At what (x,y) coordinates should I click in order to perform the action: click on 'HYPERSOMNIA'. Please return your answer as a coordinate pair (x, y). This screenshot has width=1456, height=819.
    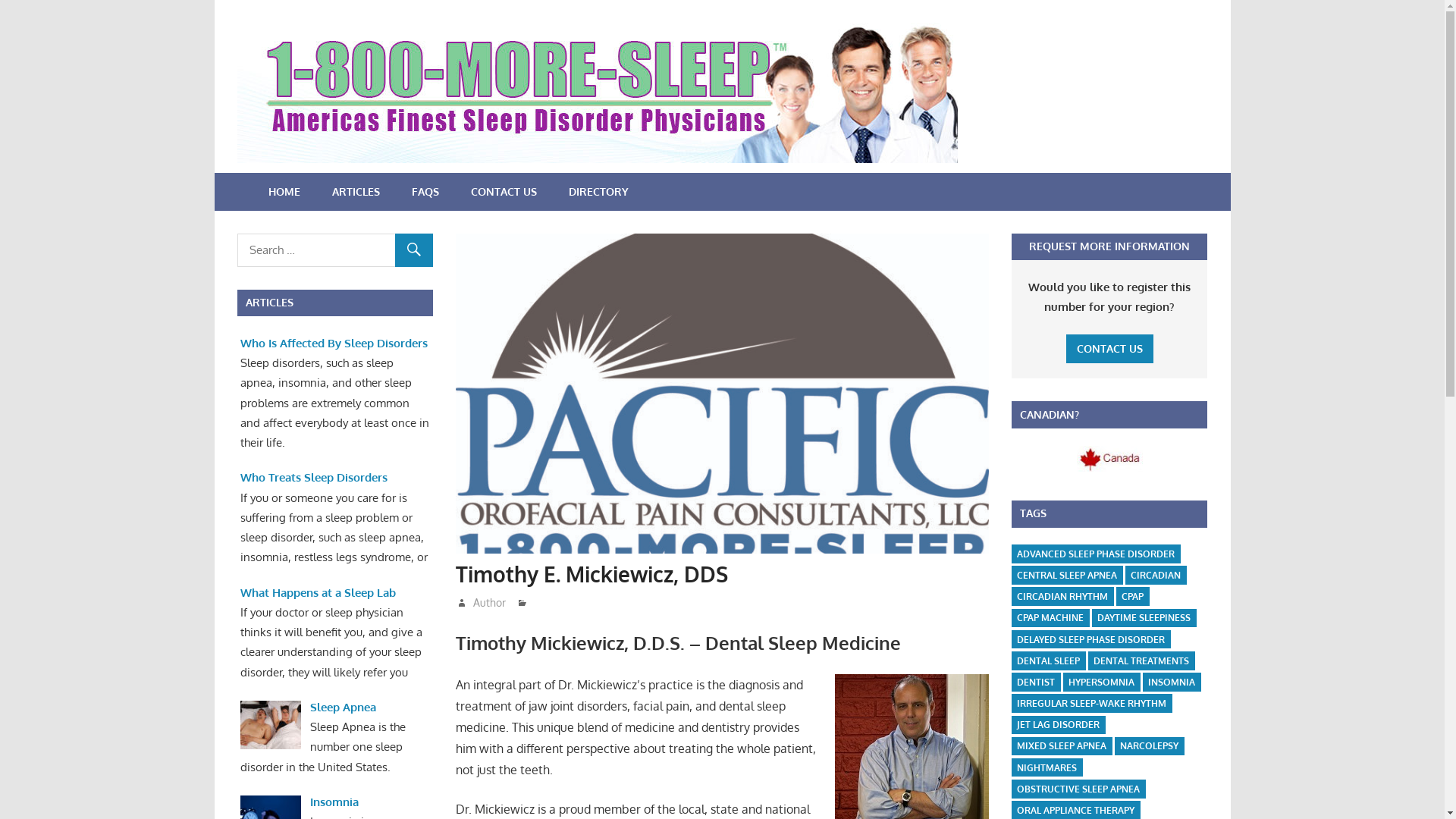
    Looking at the image, I should click on (1062, 681).